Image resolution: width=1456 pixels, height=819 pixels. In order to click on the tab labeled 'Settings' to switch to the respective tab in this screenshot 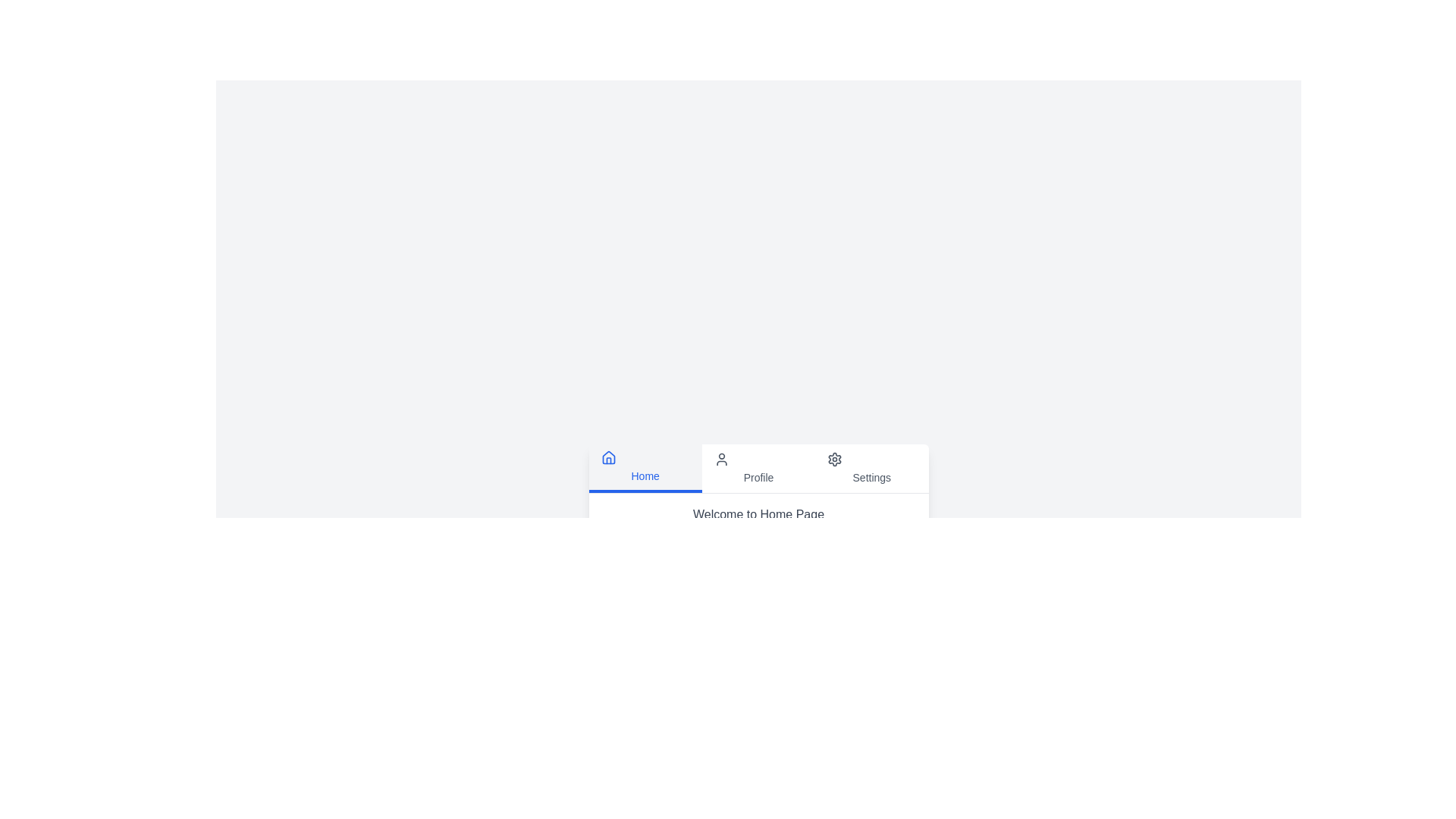, I will do `click(871, 467)`.